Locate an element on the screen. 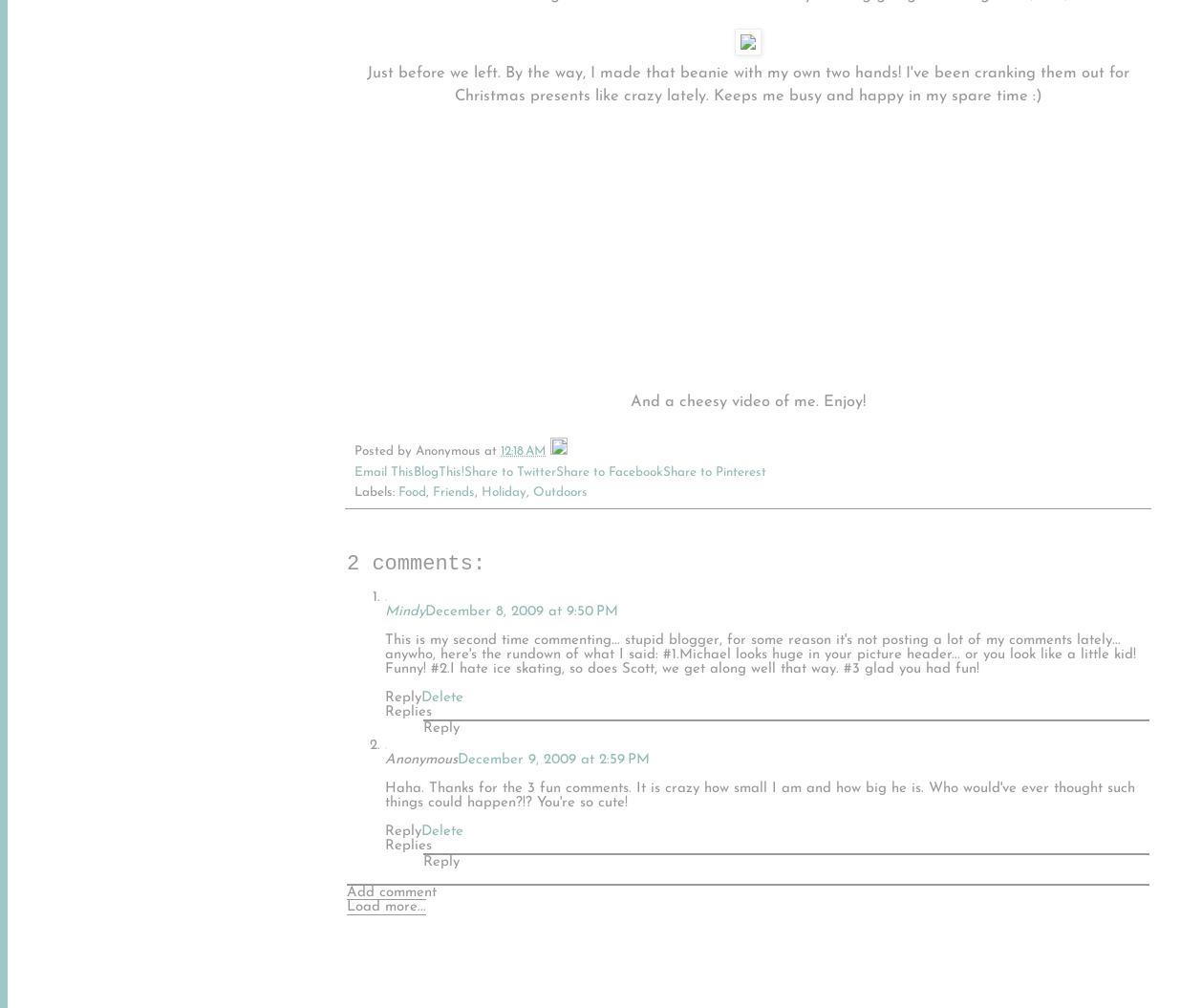  'This is my second time commenting... stupid blogger, for some reason it's not posting a lot of my comments lately... anywho, here's the rundown of what I said: #1.Michael looks huge in your picture header... or you look like a little kid! Funny! #2.I hate ice skating, so does Scott, we get along well that way. #3 glad you had fun!' is located at coordinates (761, 653).